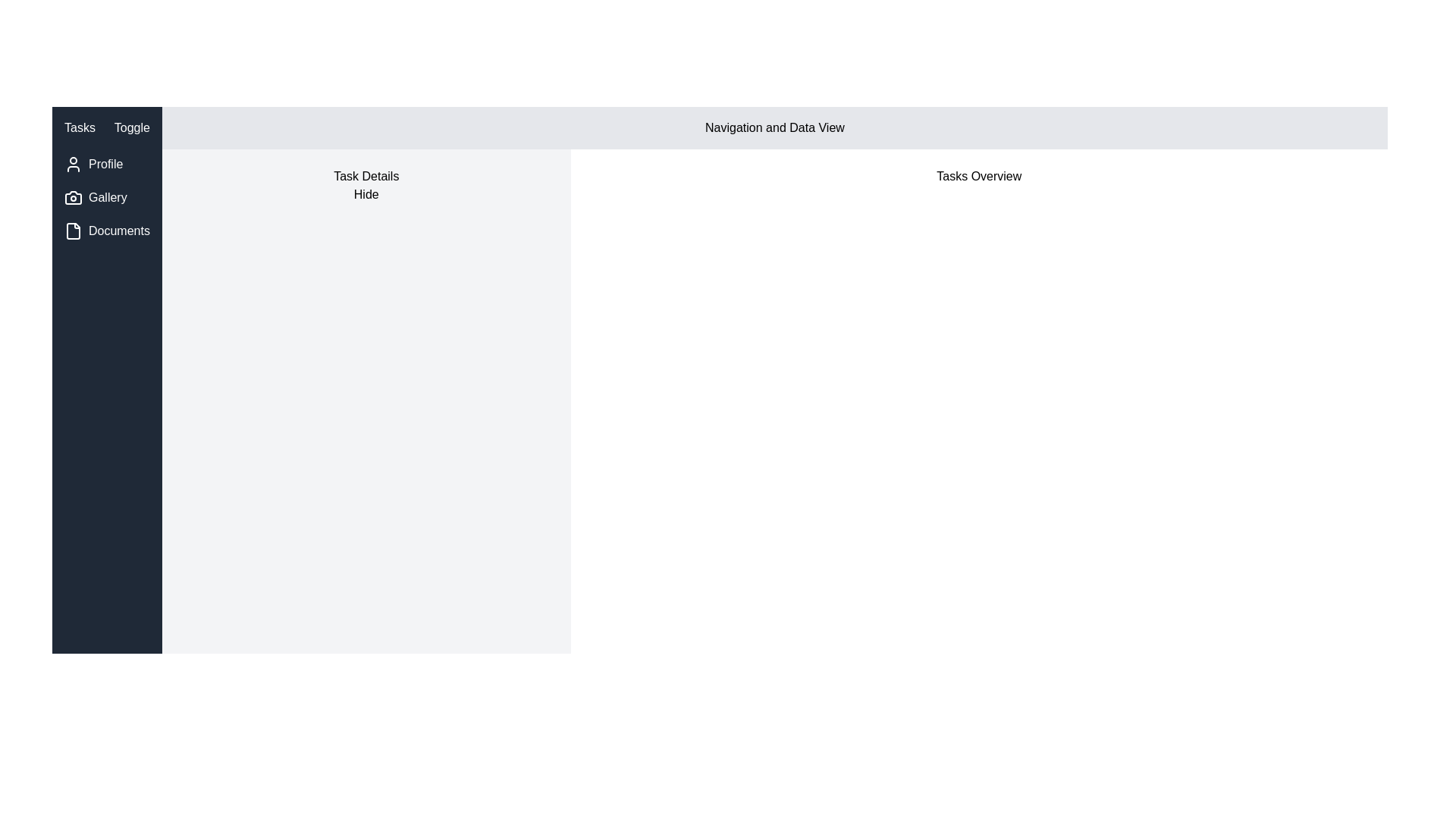 The image size is (1456, 819). Describe the element at coordinates (79, 127) in the screenshot. I see `the informational Text label indicating 'Tasks', located to the left of the 'Toggle' label in the header area` at that location.